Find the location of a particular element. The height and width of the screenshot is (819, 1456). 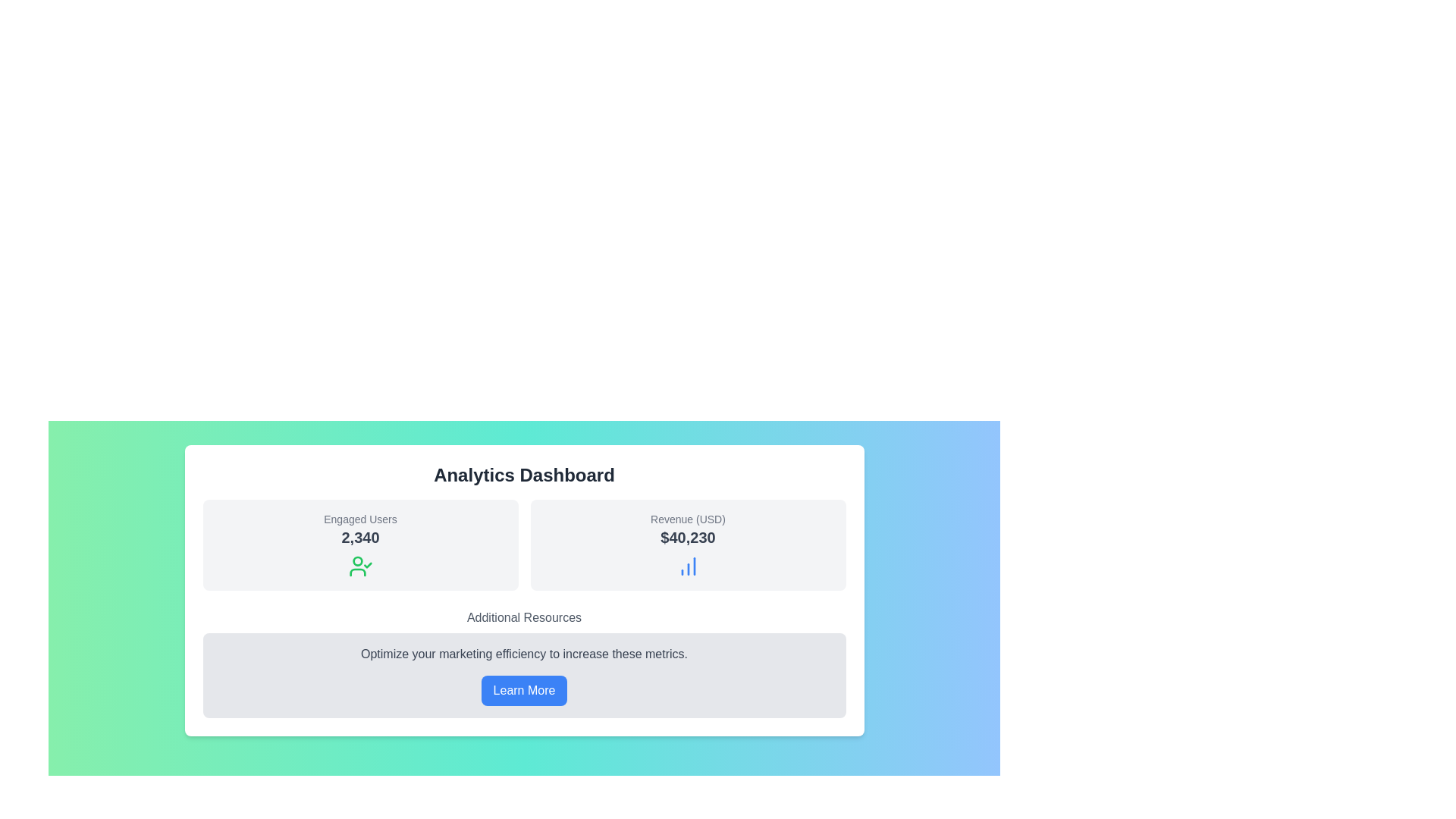

the context associated with the revenue growth icon located in the 'Revenue (USD)' section of the dashboard, positioned below the '$40,230' text is located at coordinates (687, 566).